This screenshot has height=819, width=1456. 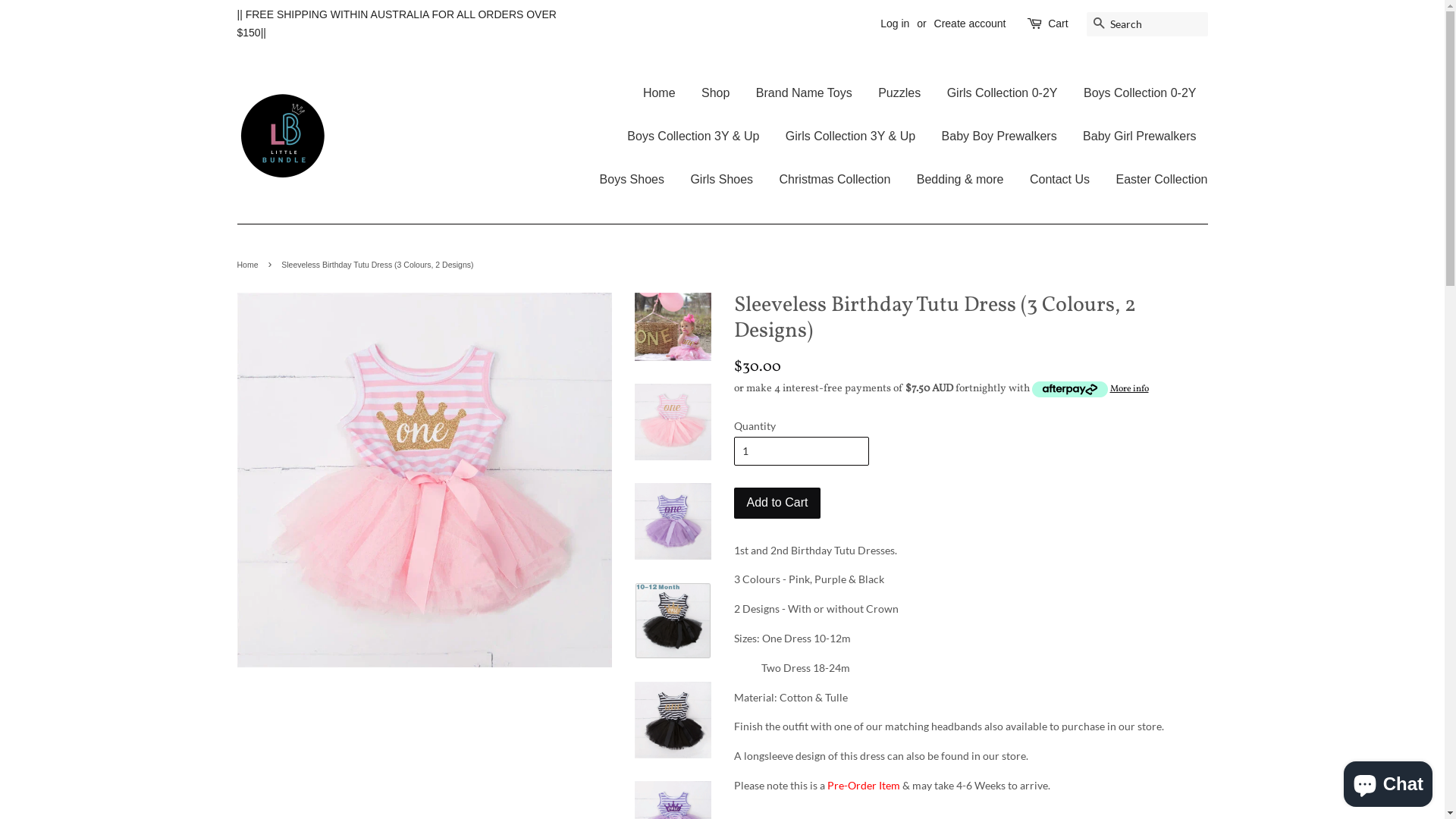 What do you see at coordinates (714, 93) in the screenshot?
I see `'Shop'` at bounding box center [714, 93].